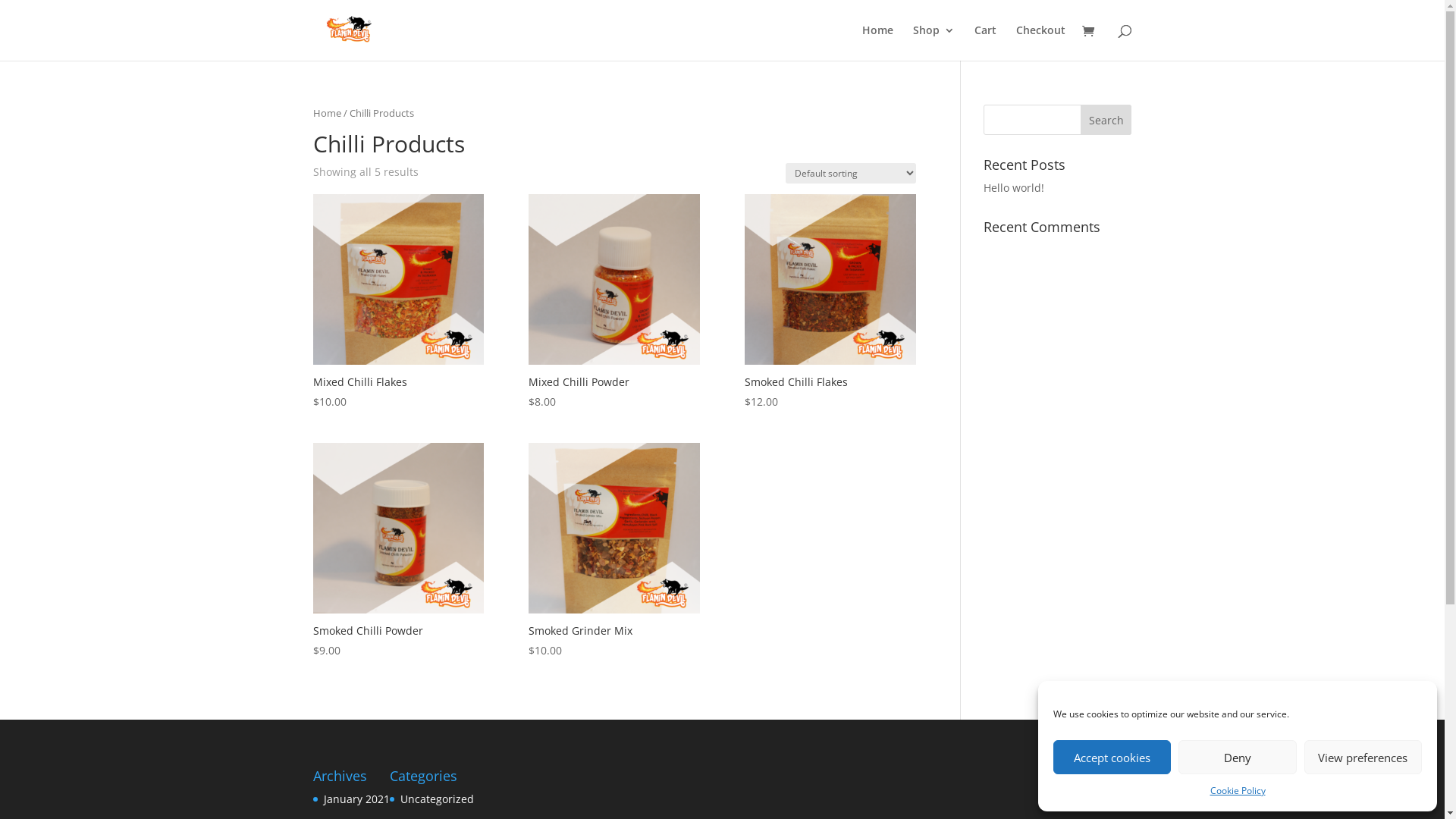  Describe the element at coordinates (528, 302) in the screenshot. I see `'Mixed Chilli Powder` at that location.